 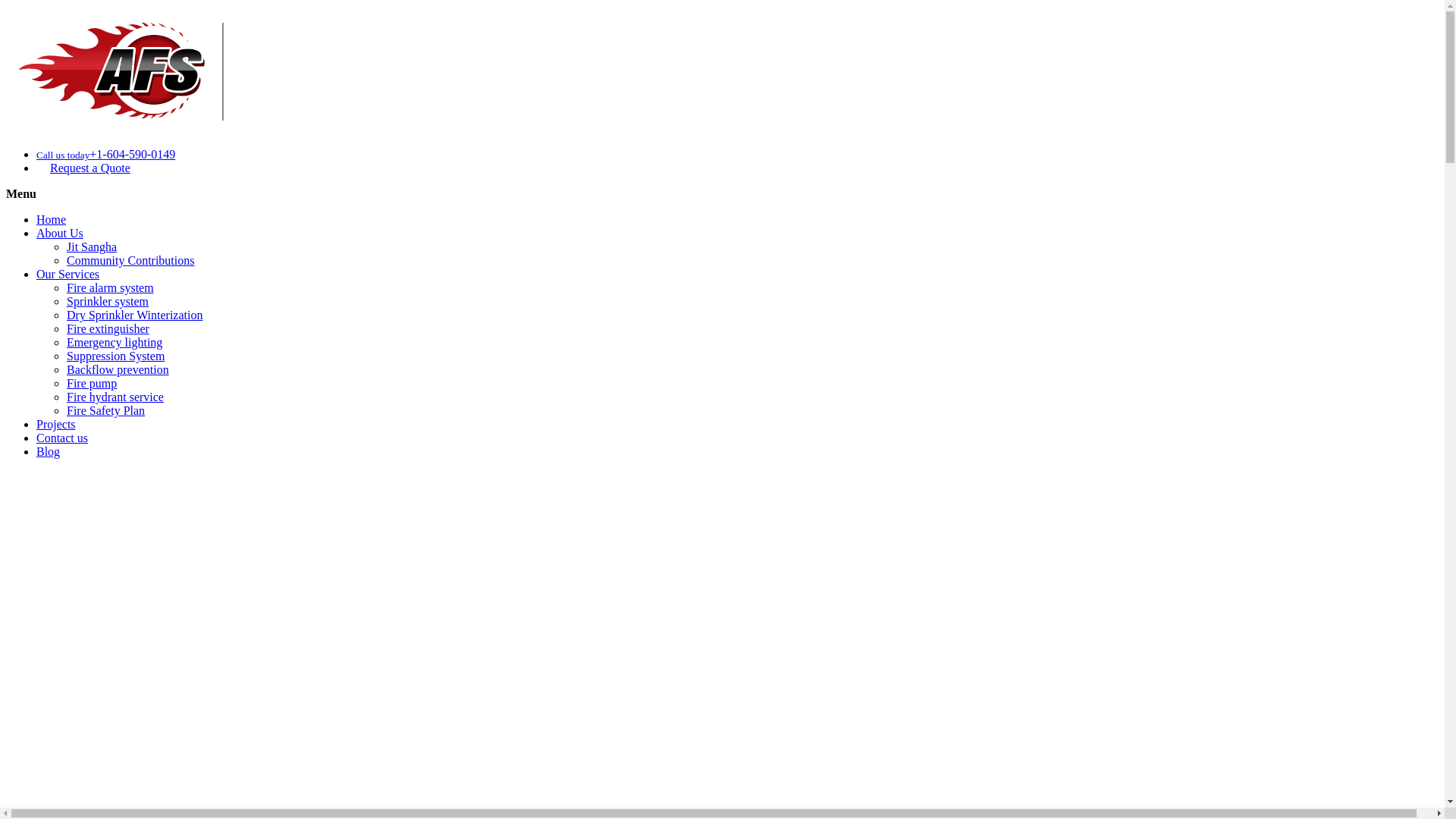 I want to click on 'Projects', so click(x=55, y=424).